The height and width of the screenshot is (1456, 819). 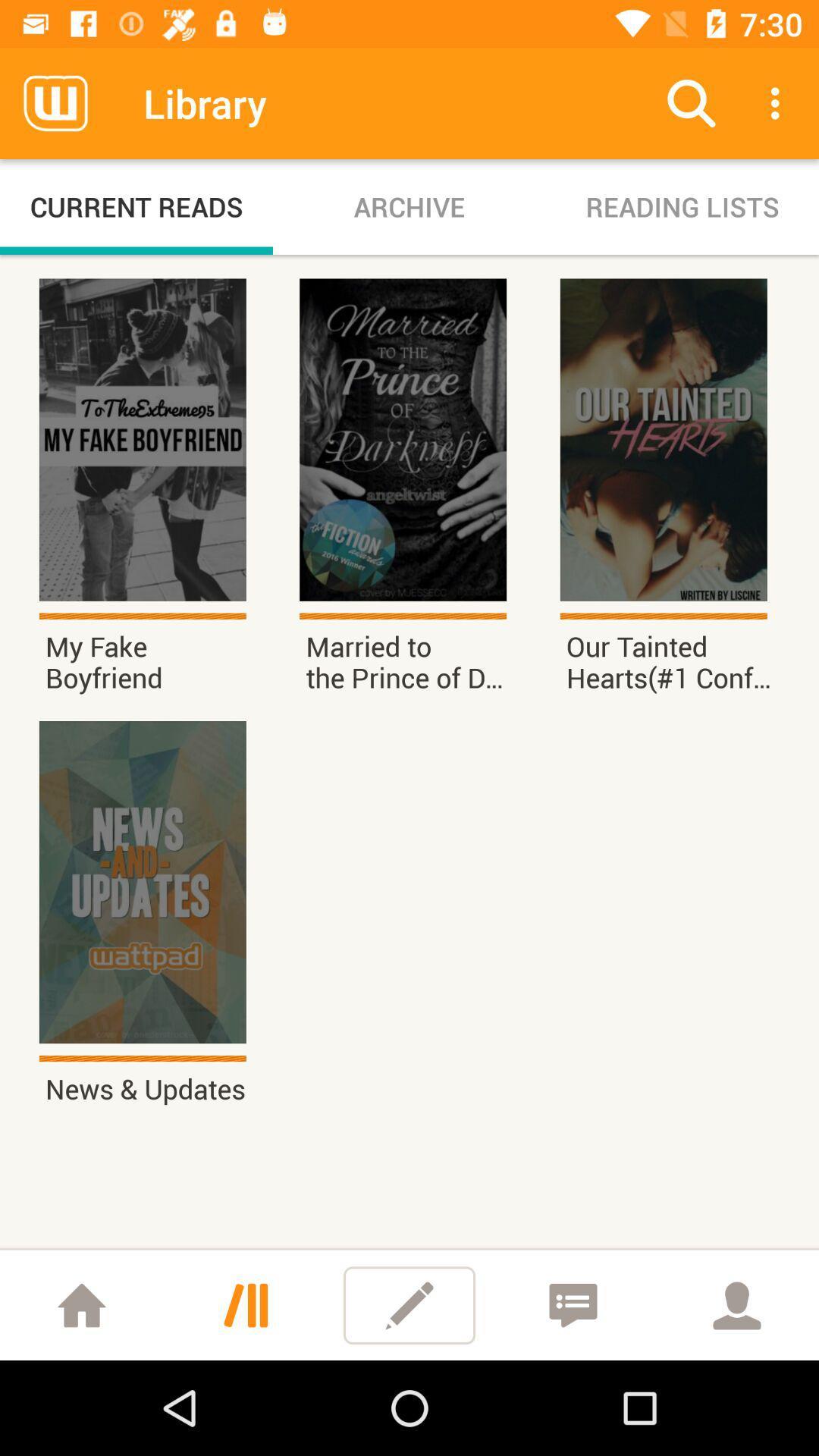 What do you see at coordinates (409, 1304) in the screenshot?
I see `the edit icon` at bounding box center [409, 1304].